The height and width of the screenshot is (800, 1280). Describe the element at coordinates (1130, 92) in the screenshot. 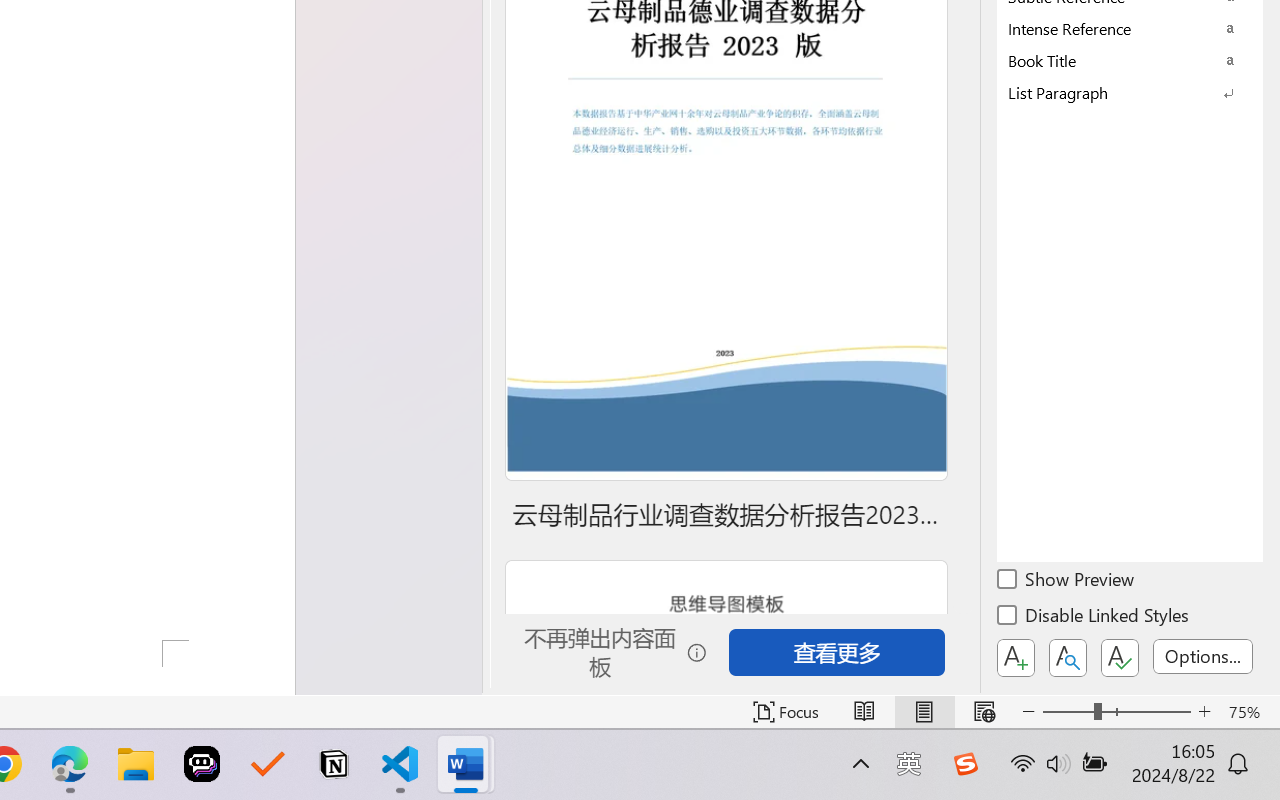

I see `'List Paragraph'` at that location.